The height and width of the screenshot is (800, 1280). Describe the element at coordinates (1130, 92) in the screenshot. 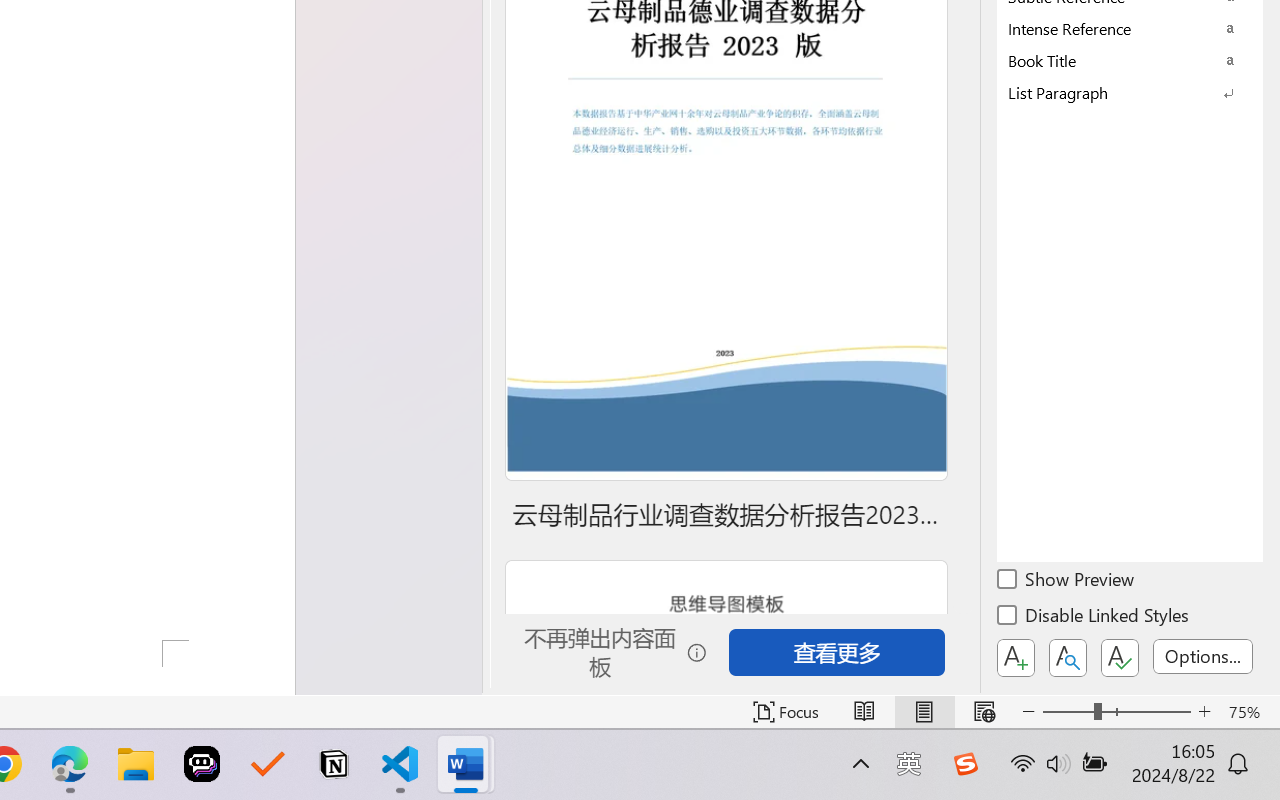

I see `'List Paragraph'` at that location.